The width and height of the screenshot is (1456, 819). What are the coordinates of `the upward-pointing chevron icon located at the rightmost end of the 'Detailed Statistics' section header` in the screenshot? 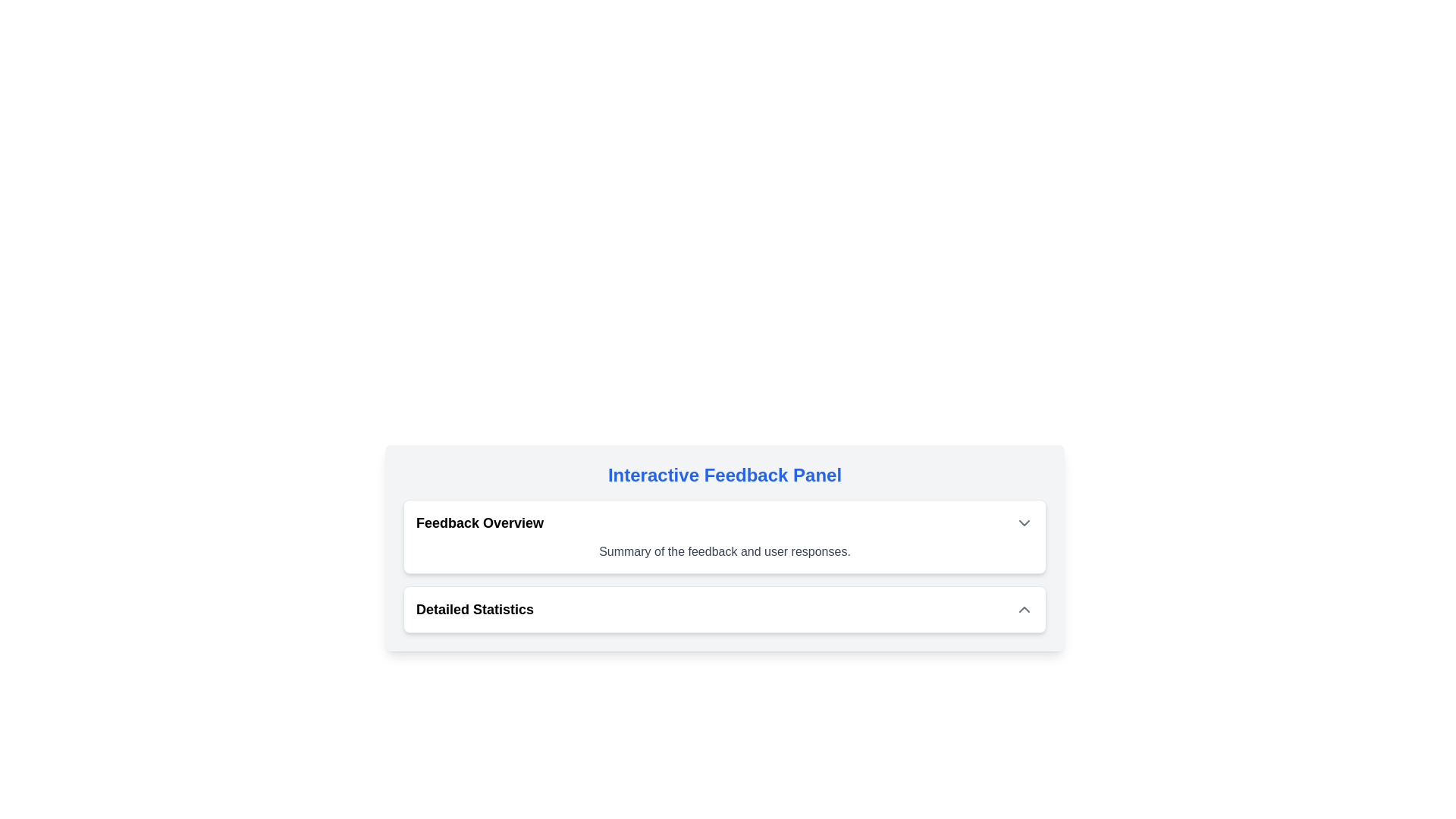 It's located at (1024, 608).